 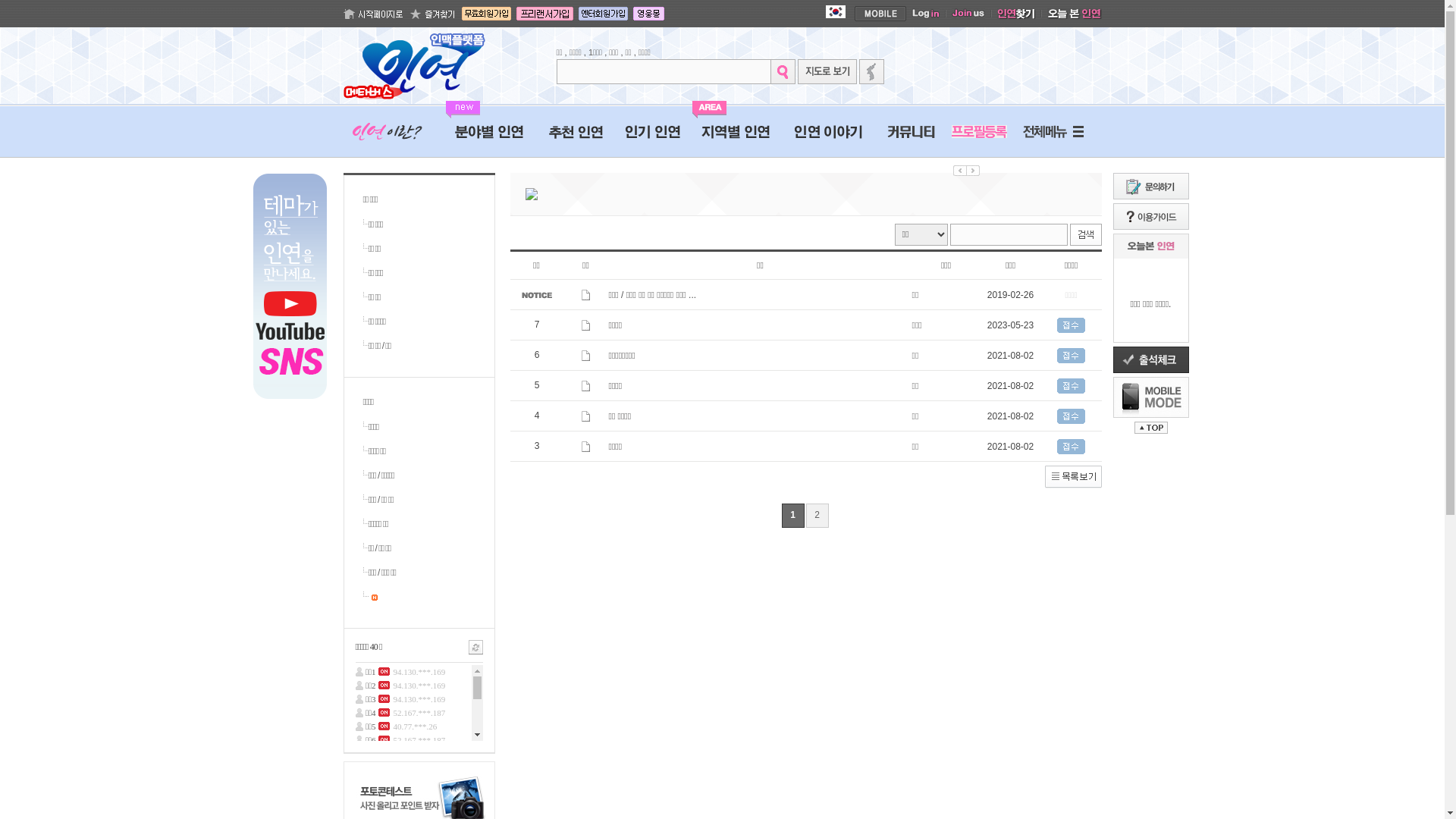 I want to click on '2', so click(x=817, y=514).